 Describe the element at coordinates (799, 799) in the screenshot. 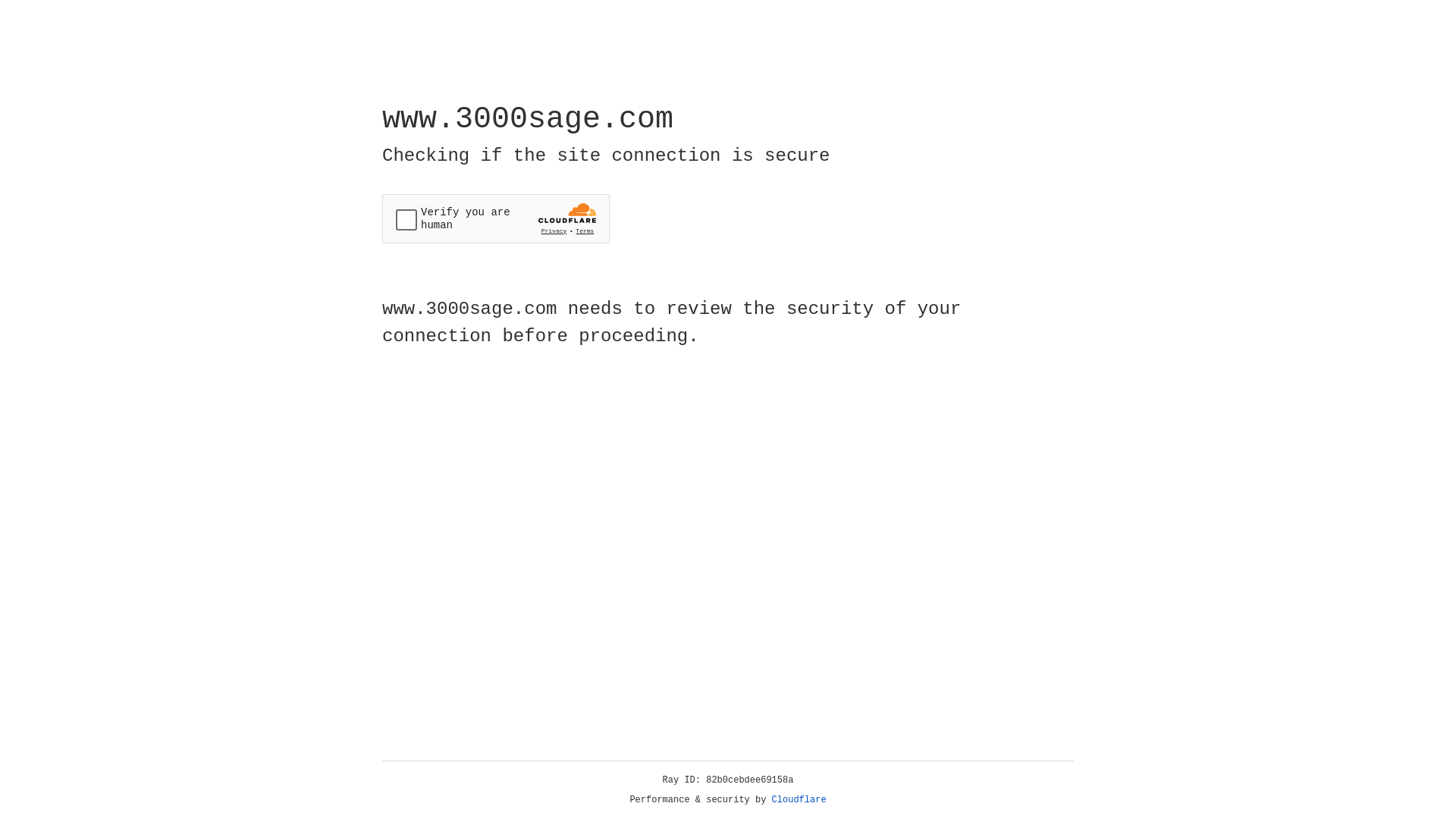

I see `'Cloudflare'` at that location.